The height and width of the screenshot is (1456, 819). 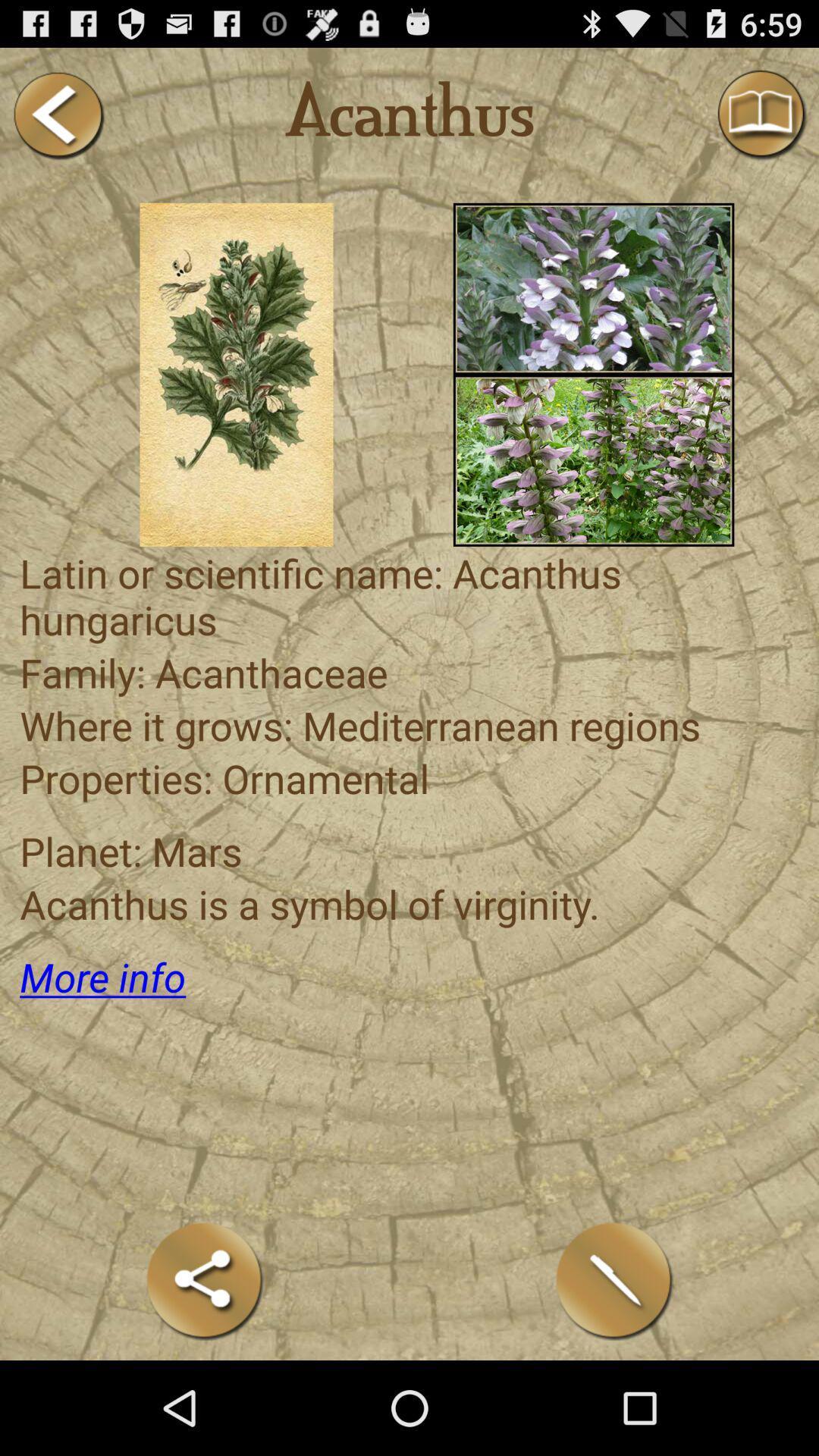 I want to click on flower, so click(x=593, y=288).